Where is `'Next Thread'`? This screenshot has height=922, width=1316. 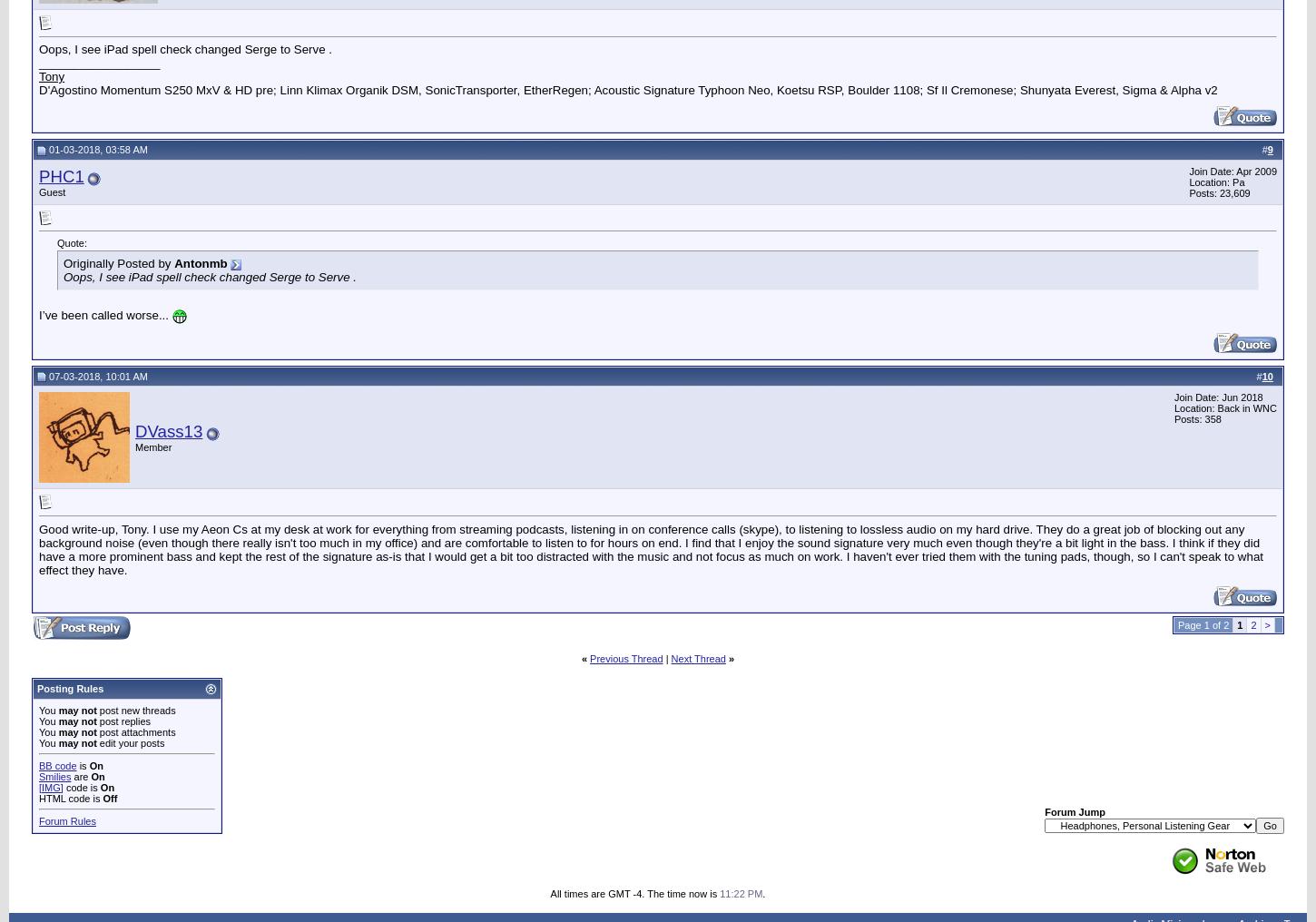
'Next Thread' is located at coordinates (697, 658).